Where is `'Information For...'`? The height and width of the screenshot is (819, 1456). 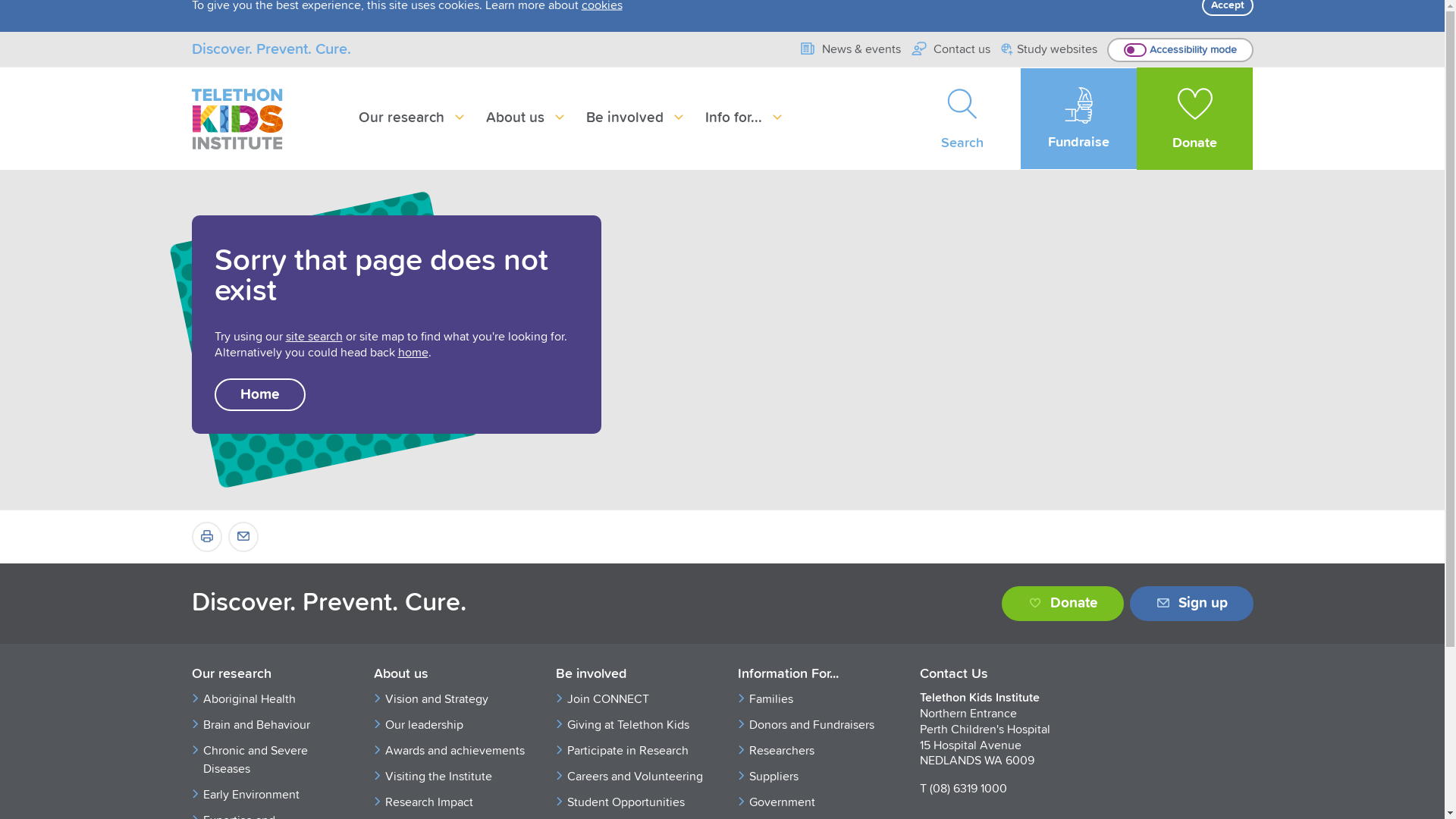
'Information For...' is located at coordinates (736, 674).